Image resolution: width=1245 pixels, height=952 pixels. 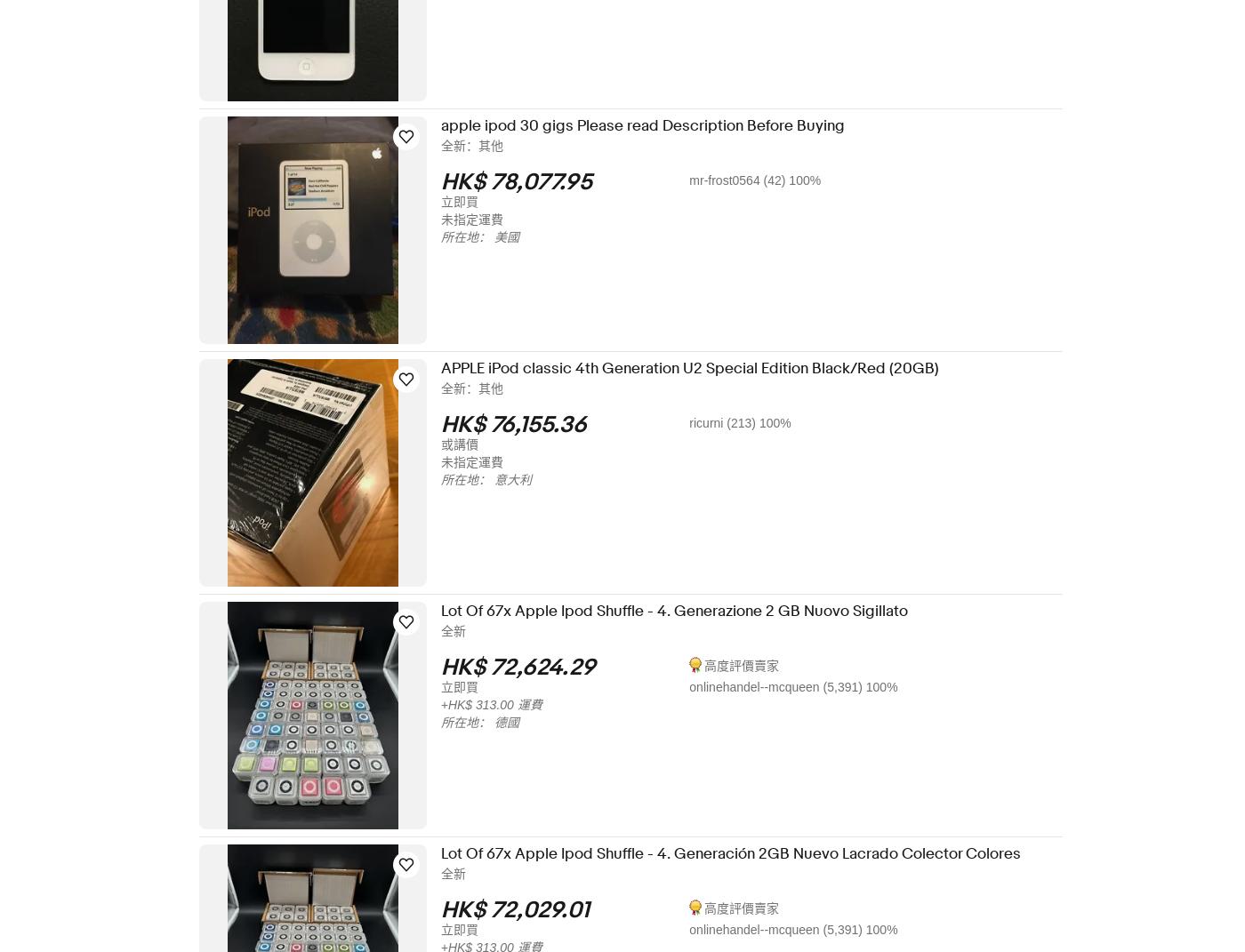 I want to click on '+HK$ 313.00 運費', so click(x=503, y=703).